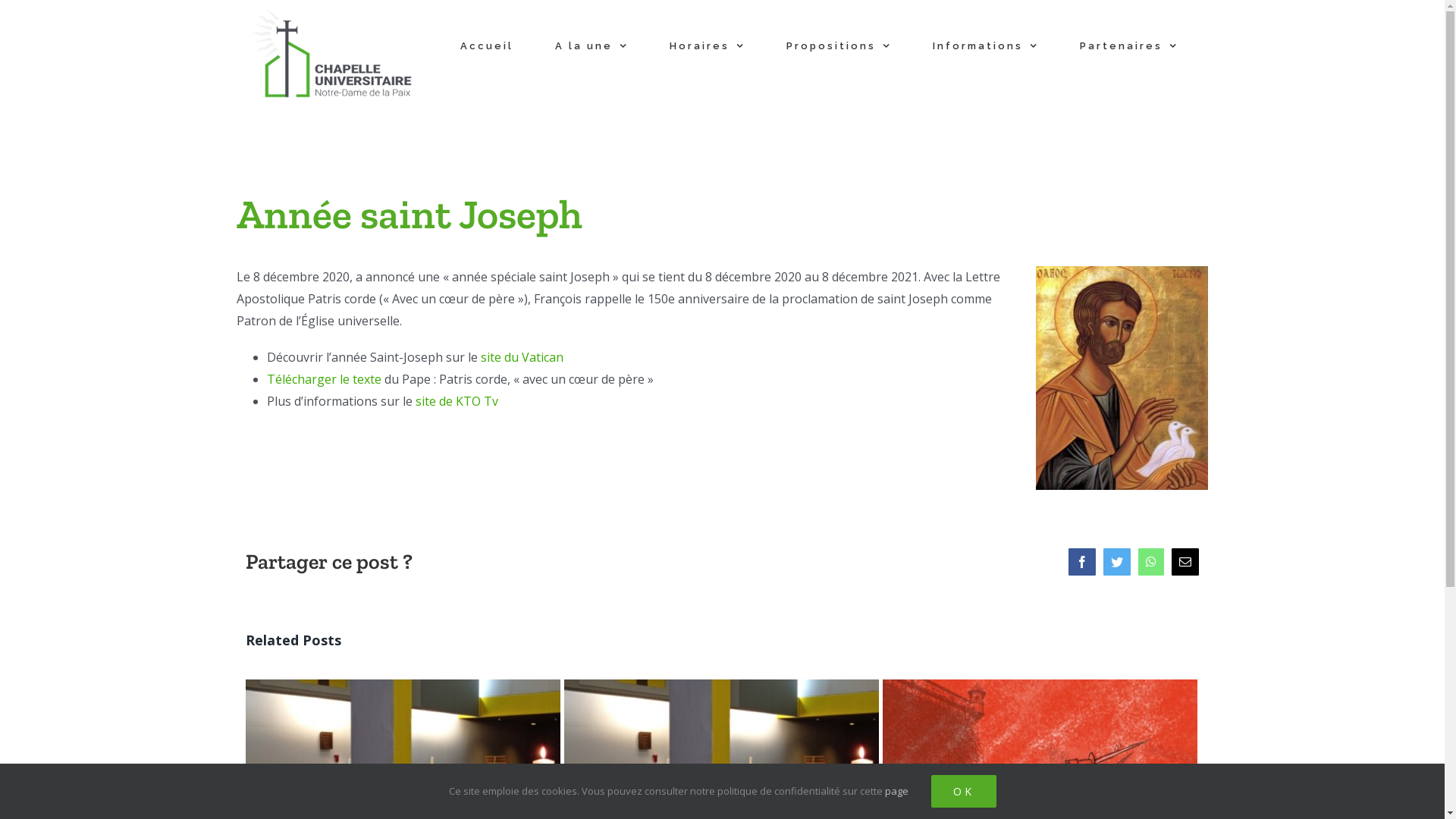 This screenshot has height=819, width=1456. I want to click on 'Twitter', so click(1117, 561).